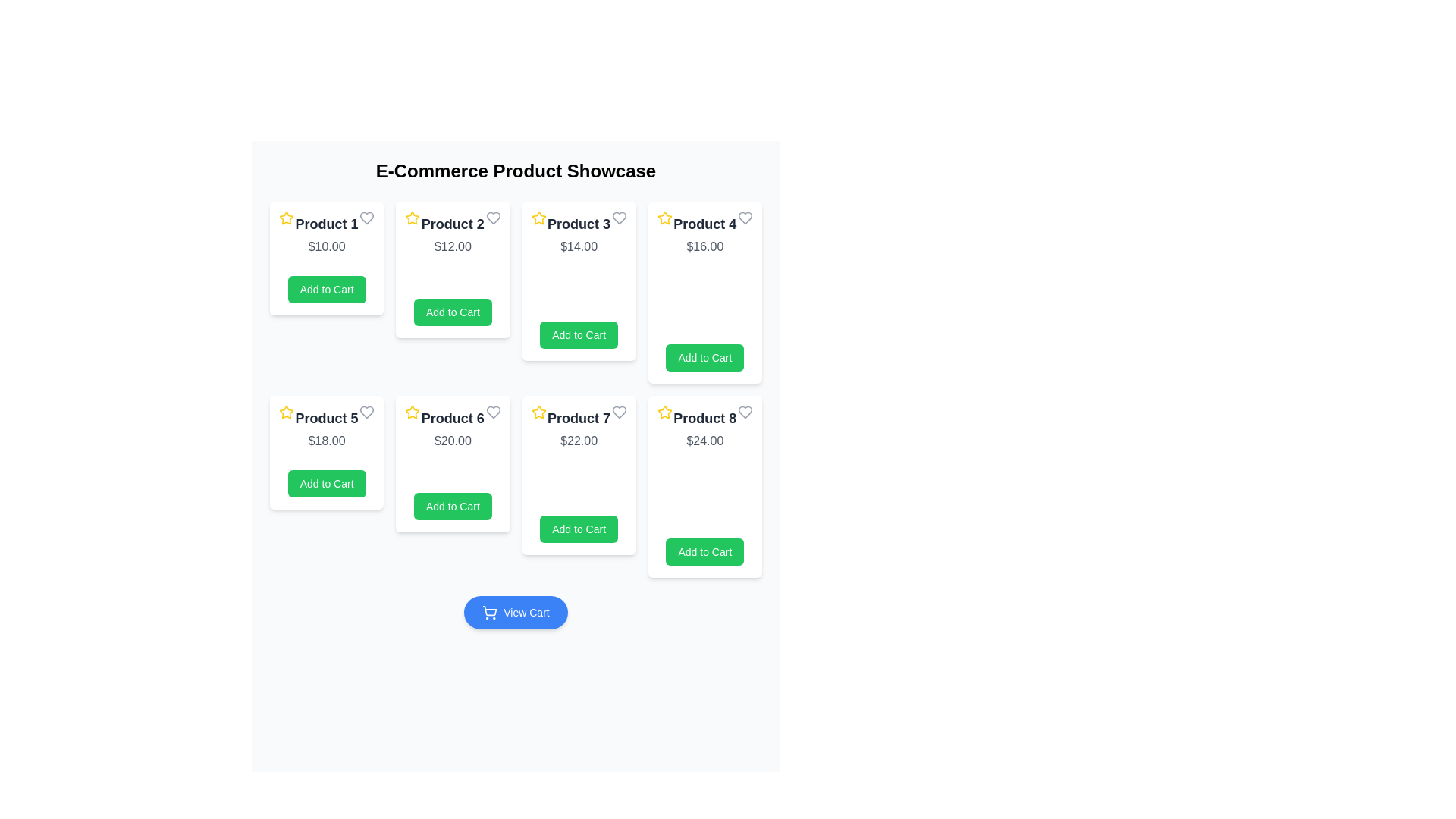  Describe the element at coordinates (745, 412) in the screenshot. I see `the heart-shaped wishlist icon located in the top-right corner of the 'Product 8' card to change its color from light gray to red` at that location.